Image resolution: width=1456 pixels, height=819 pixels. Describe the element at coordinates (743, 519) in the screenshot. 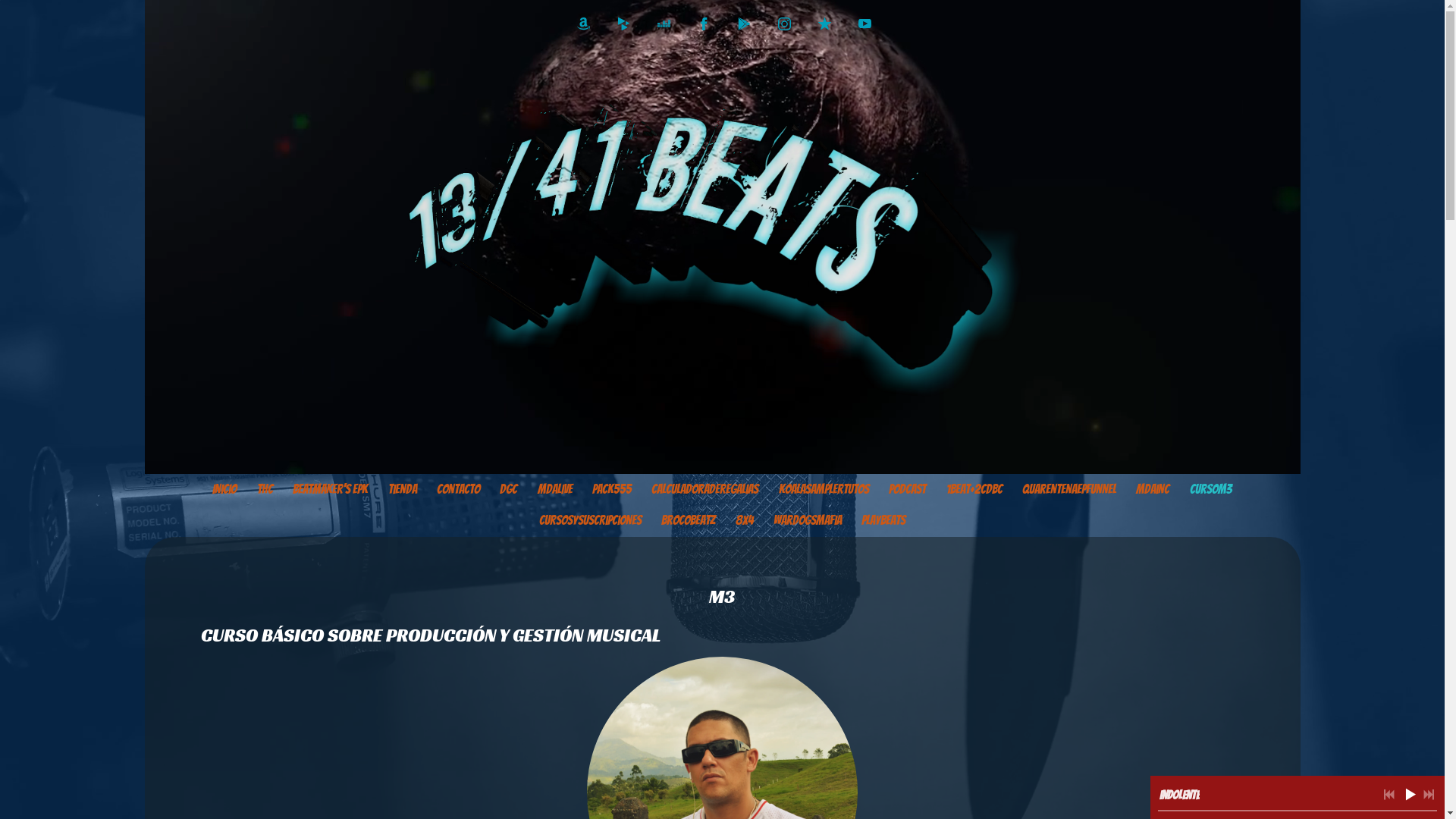

I see `'8X4'` at that location.